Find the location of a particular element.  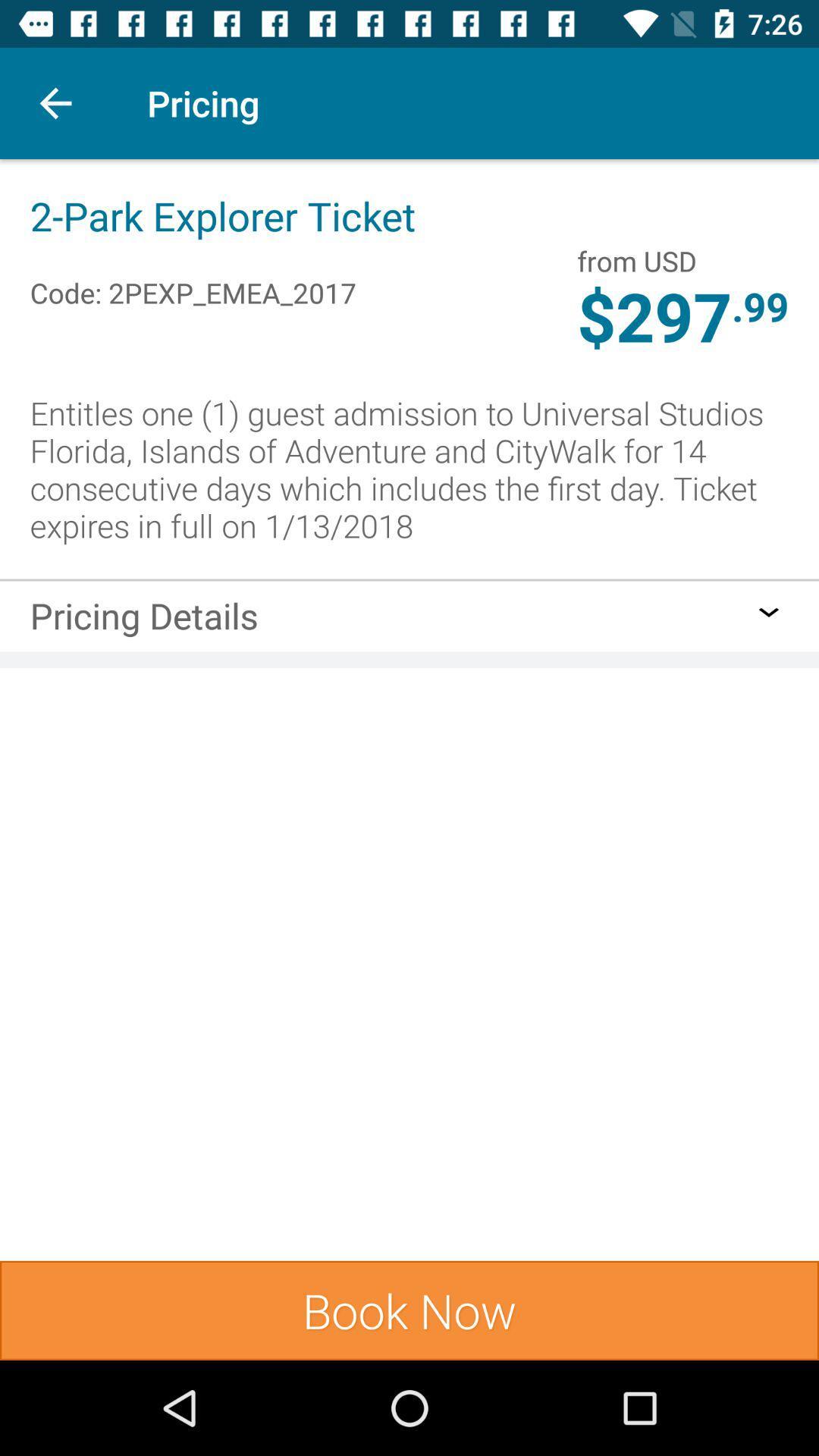

the icon next to .99 item is located at coordinates (637, 261).